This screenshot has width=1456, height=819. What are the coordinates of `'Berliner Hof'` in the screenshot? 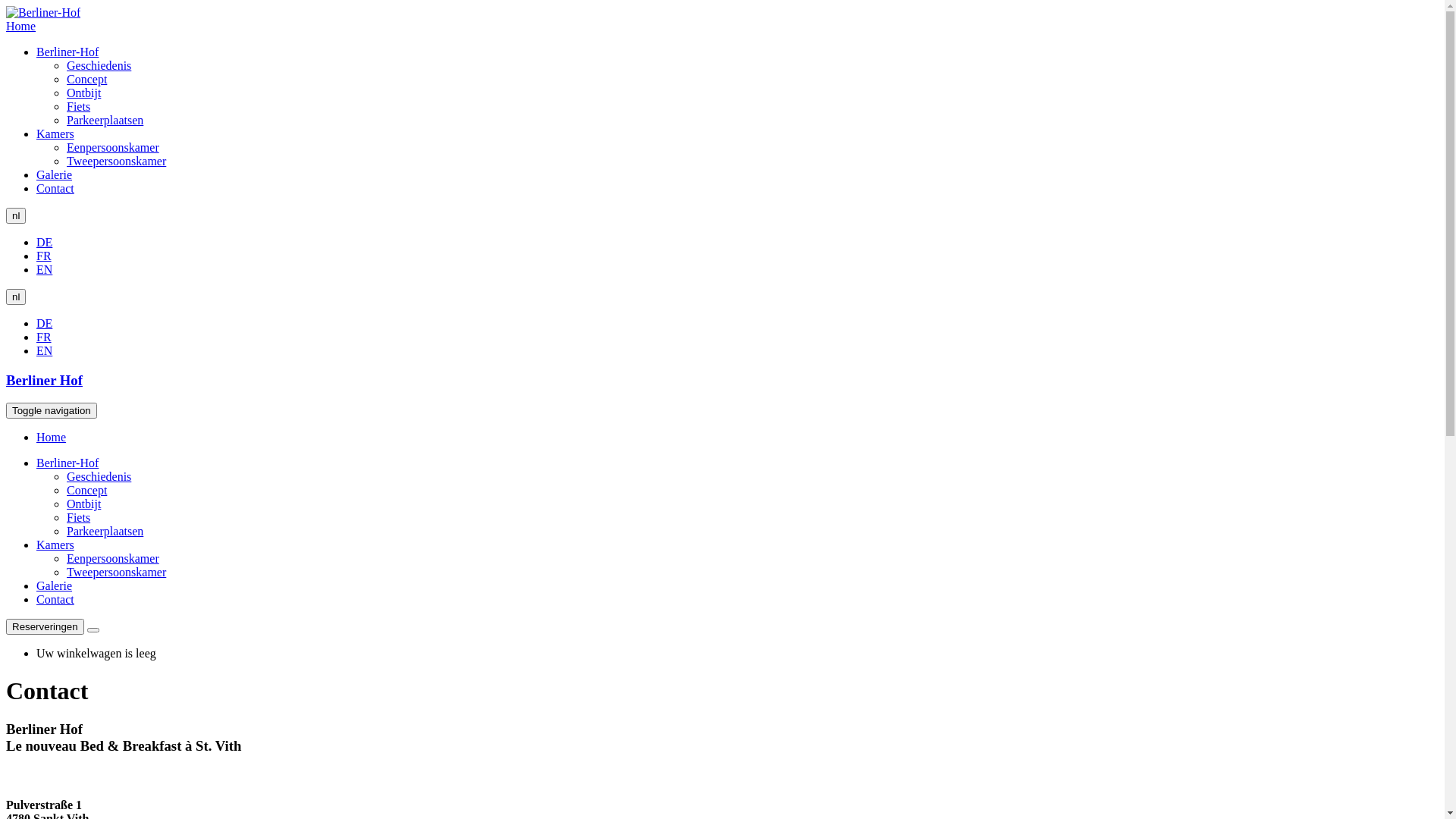 It's located at (6, 379).